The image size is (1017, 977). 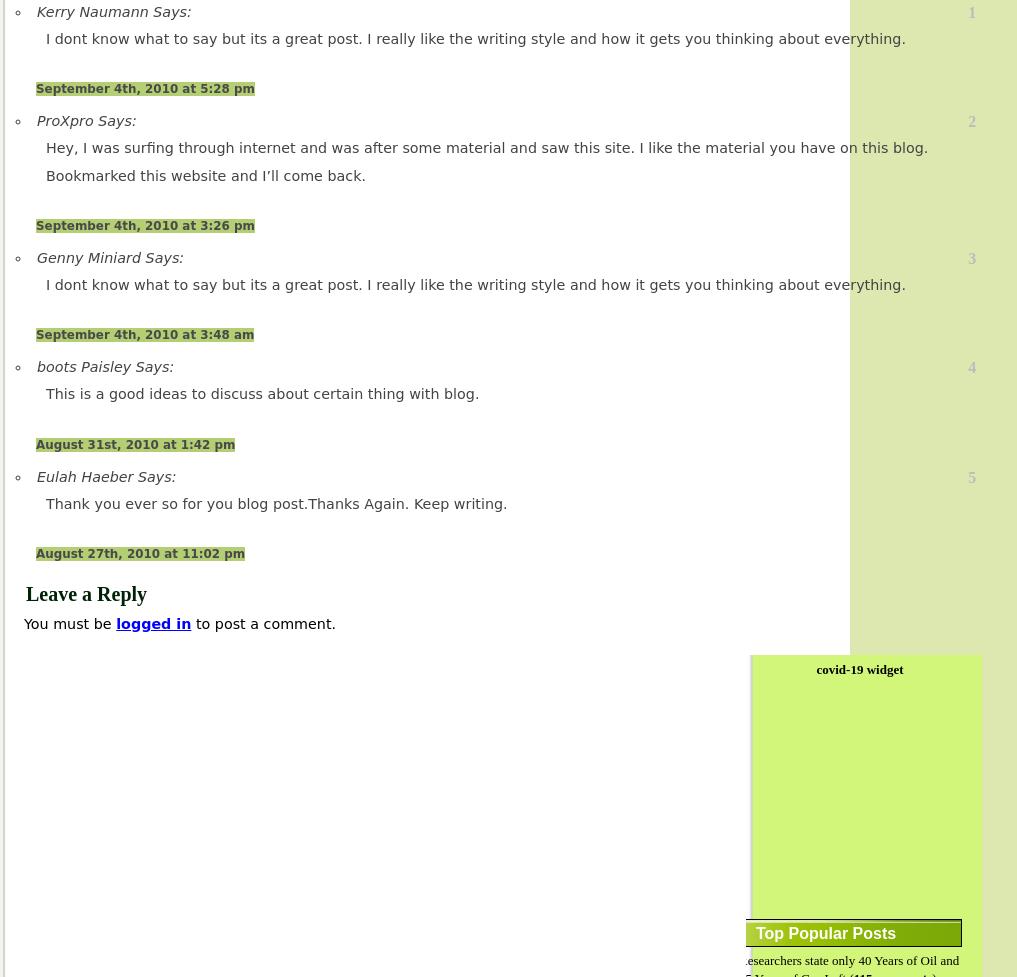 What do you see at coordinates (86, 120) in the screenshot?
I see `'ProXpro Says:'` at bounding box center [86, 120].